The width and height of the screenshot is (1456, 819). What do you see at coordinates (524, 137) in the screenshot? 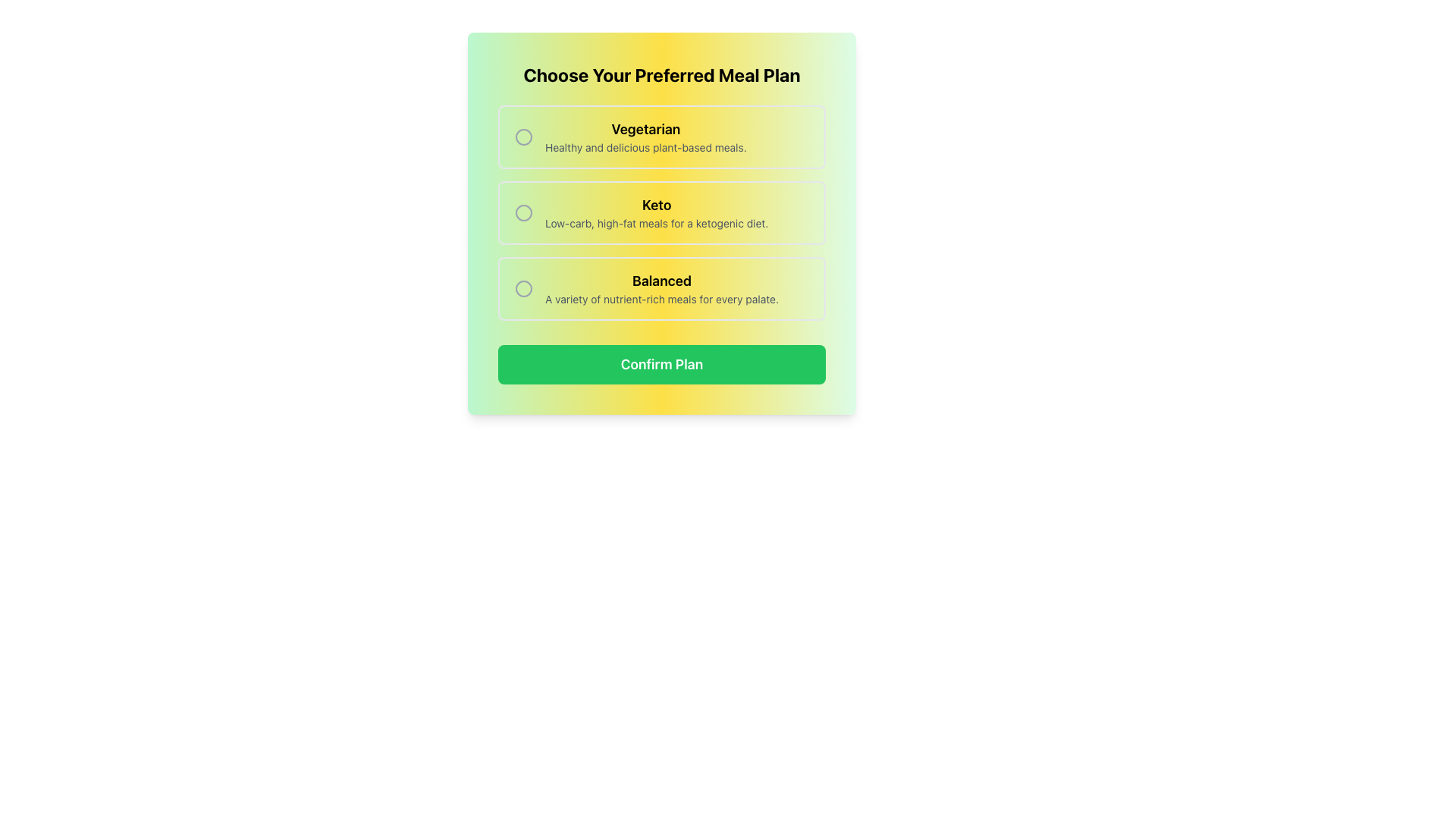
I see `the 'Vegetarian' radio button` at bounding box center [524, 137].